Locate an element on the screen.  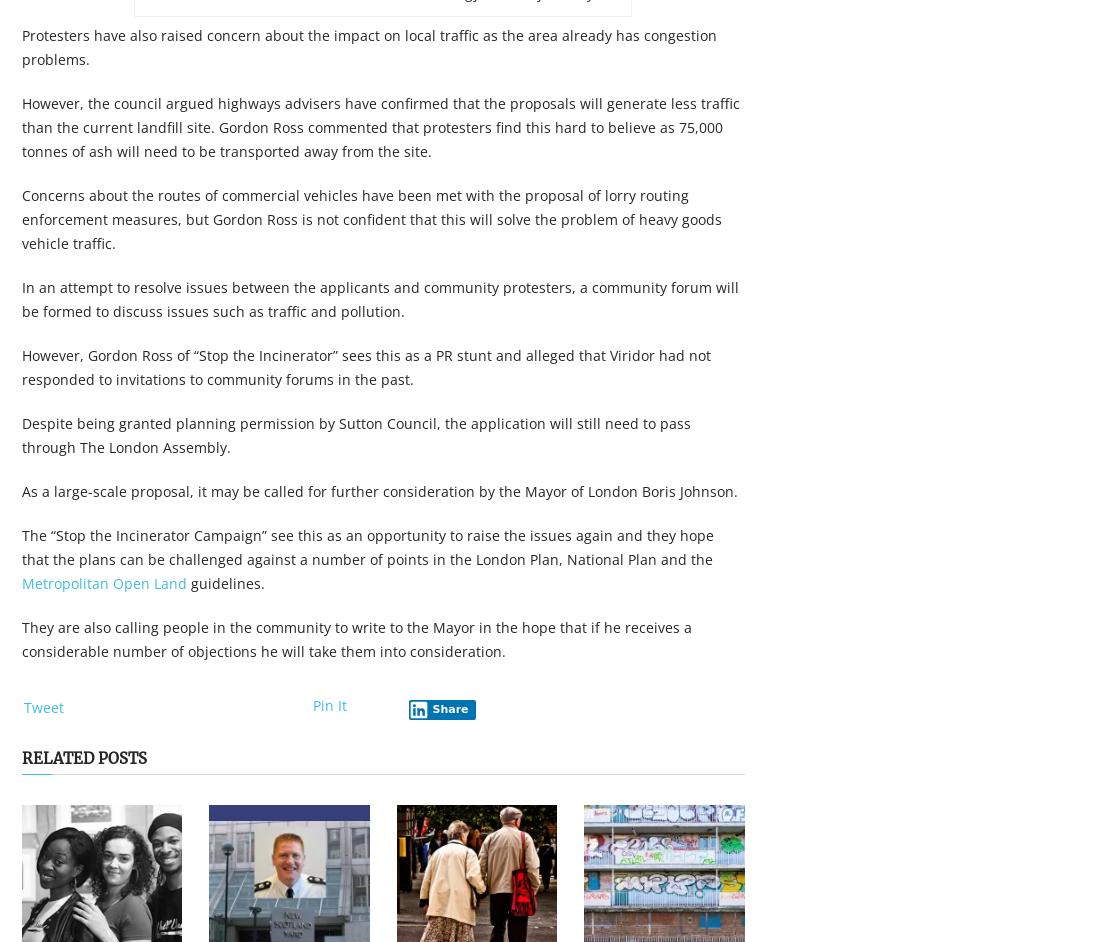
'Share' is located at coordinates (449, 708).